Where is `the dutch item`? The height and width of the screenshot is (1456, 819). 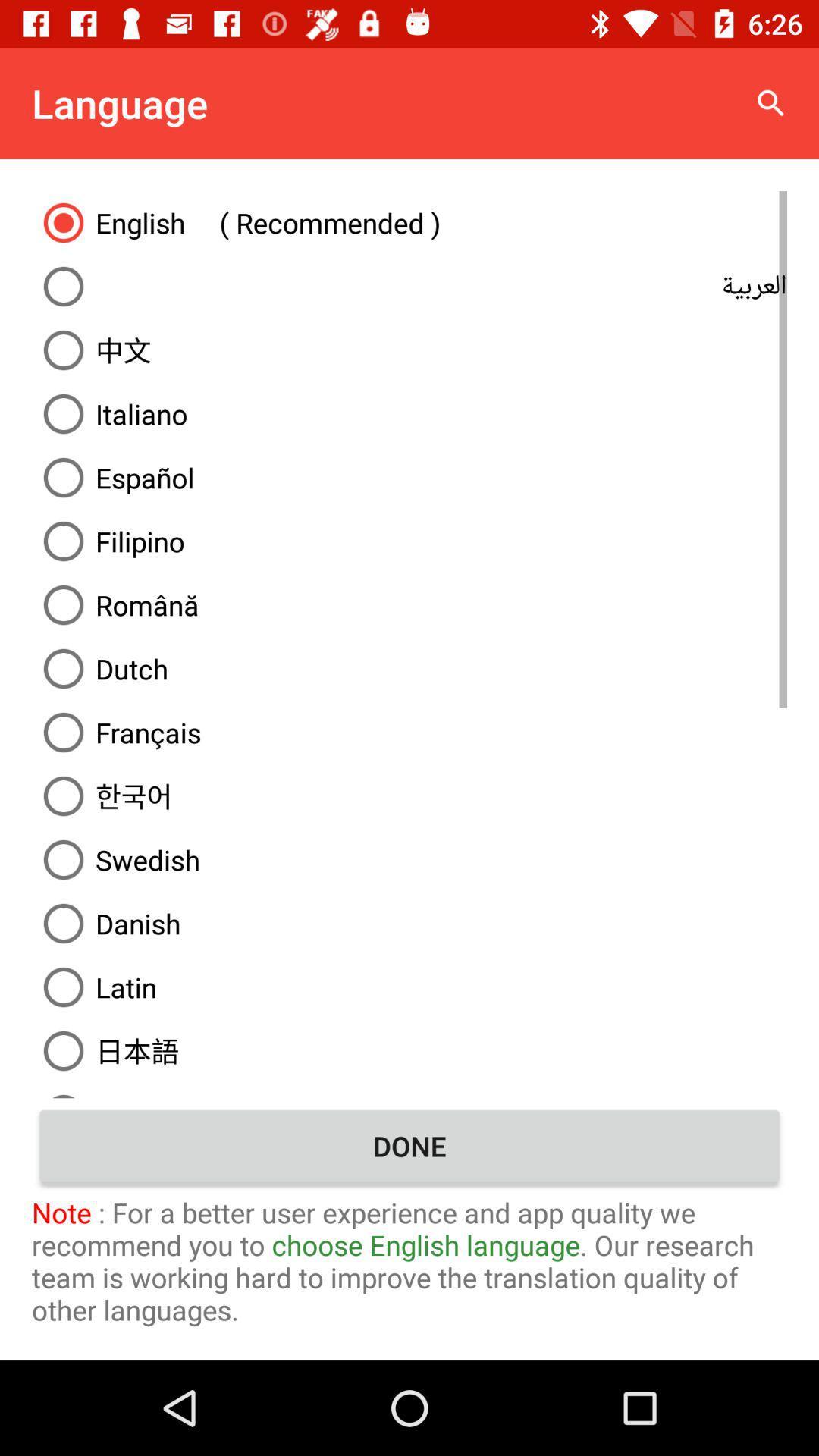 the dutch item is located at coordinates (409, 668).